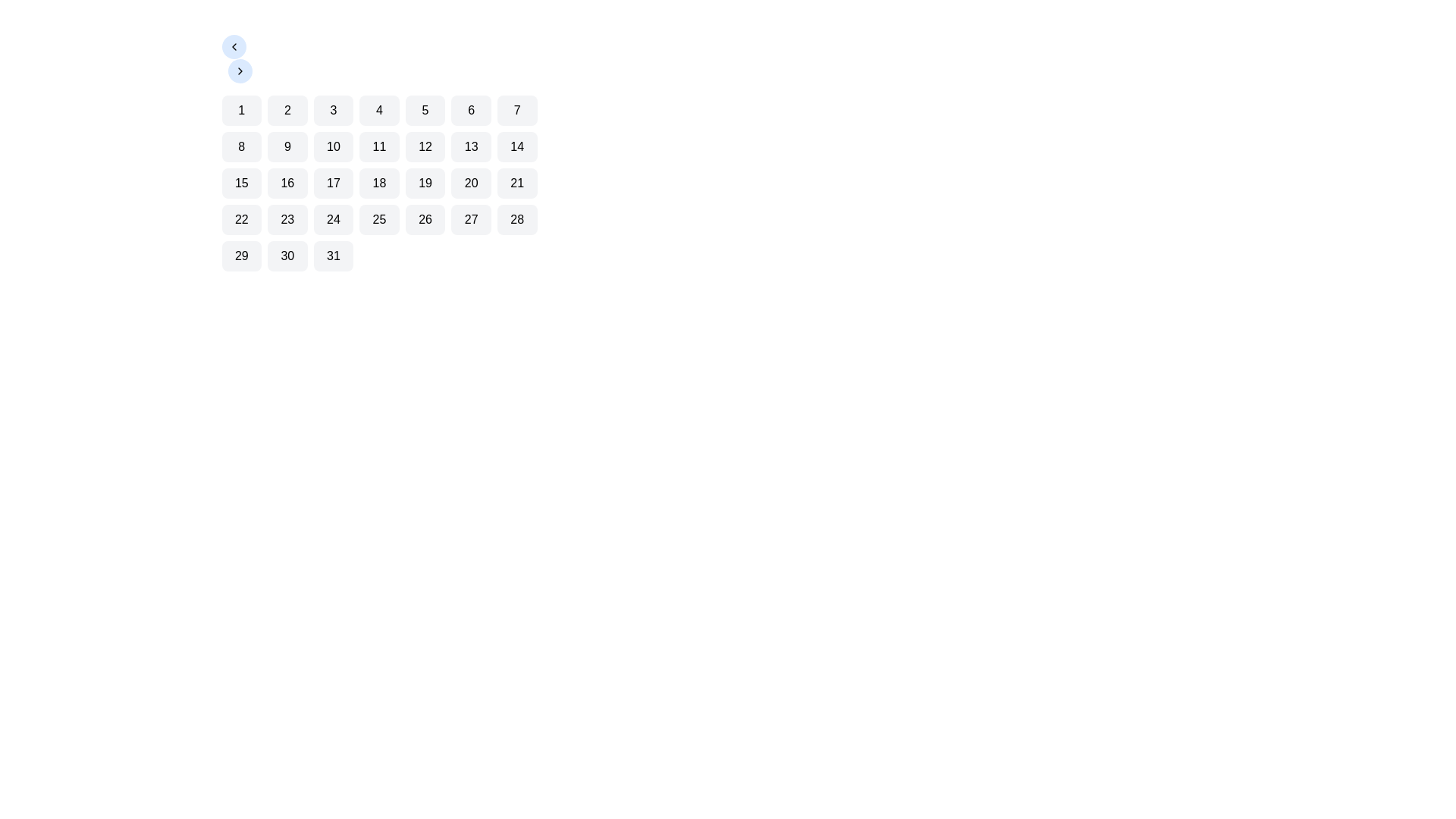 Image resolution: width=1456 pixels, height=819 pixels. I want to click on the button-like box representing a date in the calendar grid, located in the second row and seventh column, which is non-interactive, so click(470, 146).